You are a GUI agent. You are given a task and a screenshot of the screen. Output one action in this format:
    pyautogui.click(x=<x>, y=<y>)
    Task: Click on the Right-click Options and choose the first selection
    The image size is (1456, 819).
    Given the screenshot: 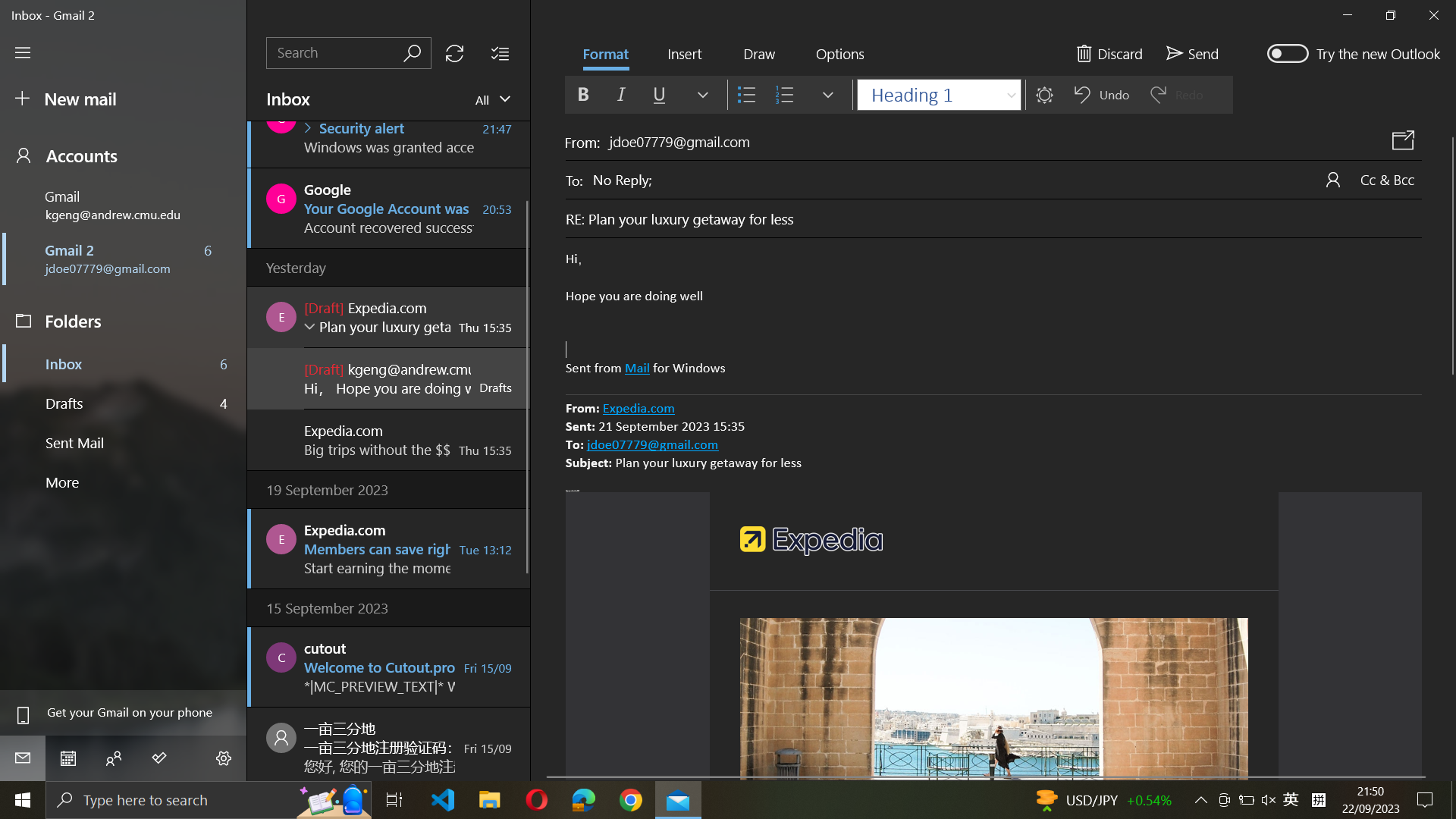 What is the action you would take?
    pyautogui.click(x=839, y=54)
    